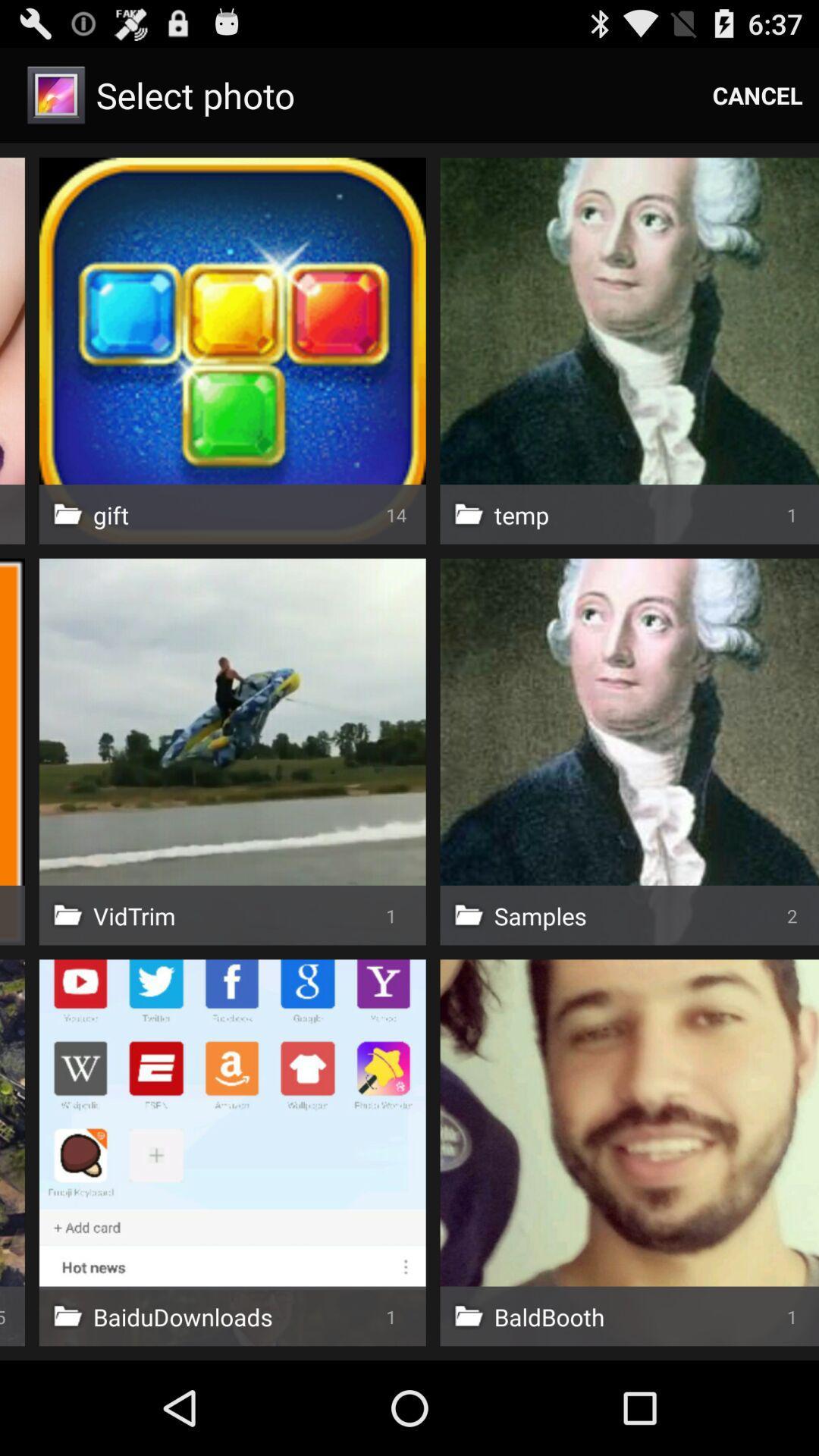  Describe the element at coordinates (758, 94) in the screenshot. I see `the cancel icon` at that location.